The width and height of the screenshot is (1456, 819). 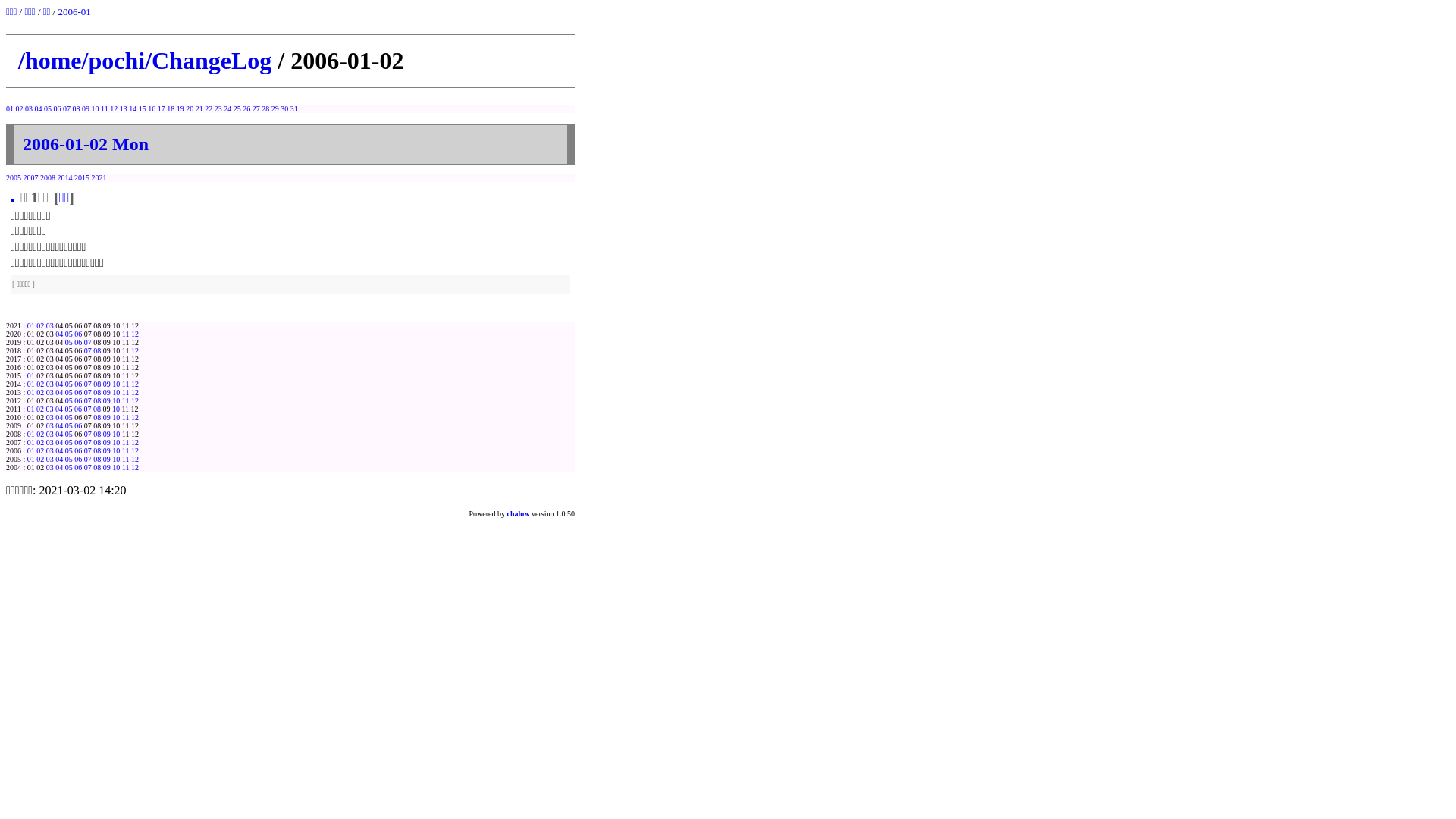 What do you see at coordinates (90, 177) in the screenshot?
I see `'2021'` at bounding box center [90, 177].